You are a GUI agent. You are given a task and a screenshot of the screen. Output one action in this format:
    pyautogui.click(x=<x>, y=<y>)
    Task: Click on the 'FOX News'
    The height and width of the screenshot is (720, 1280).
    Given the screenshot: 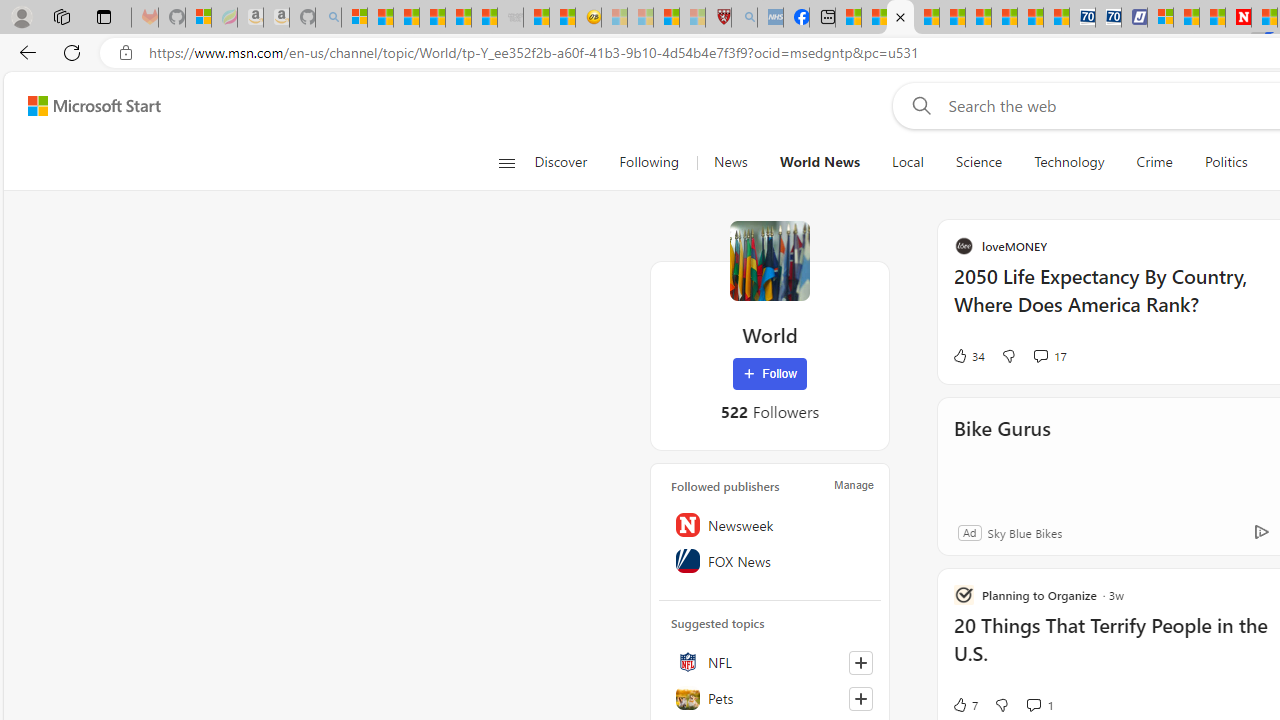 What is the action you would take?
    pyautogui.click(x=769, y=561)
    